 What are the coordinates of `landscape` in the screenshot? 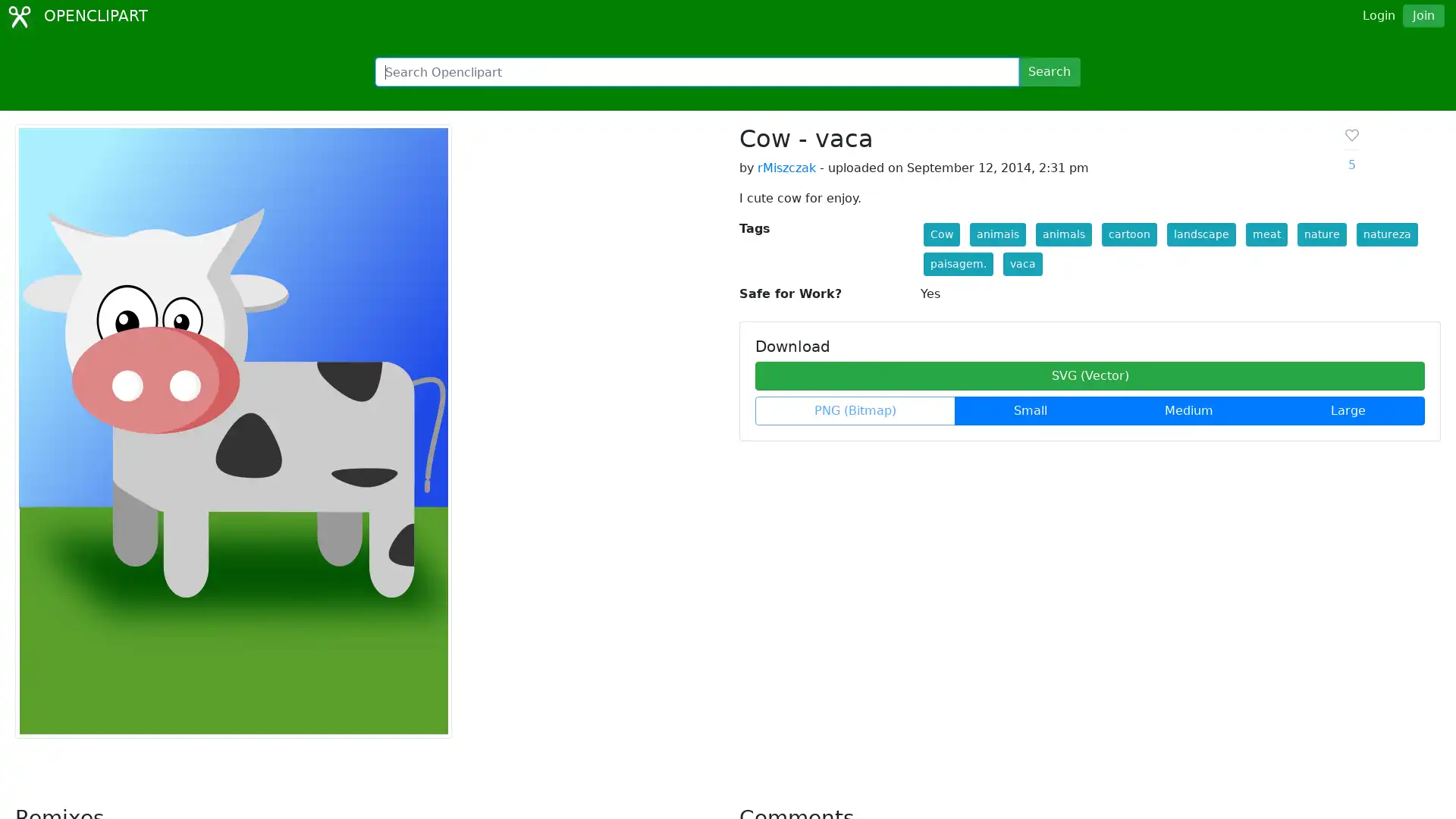 It's located at (1200, 234).